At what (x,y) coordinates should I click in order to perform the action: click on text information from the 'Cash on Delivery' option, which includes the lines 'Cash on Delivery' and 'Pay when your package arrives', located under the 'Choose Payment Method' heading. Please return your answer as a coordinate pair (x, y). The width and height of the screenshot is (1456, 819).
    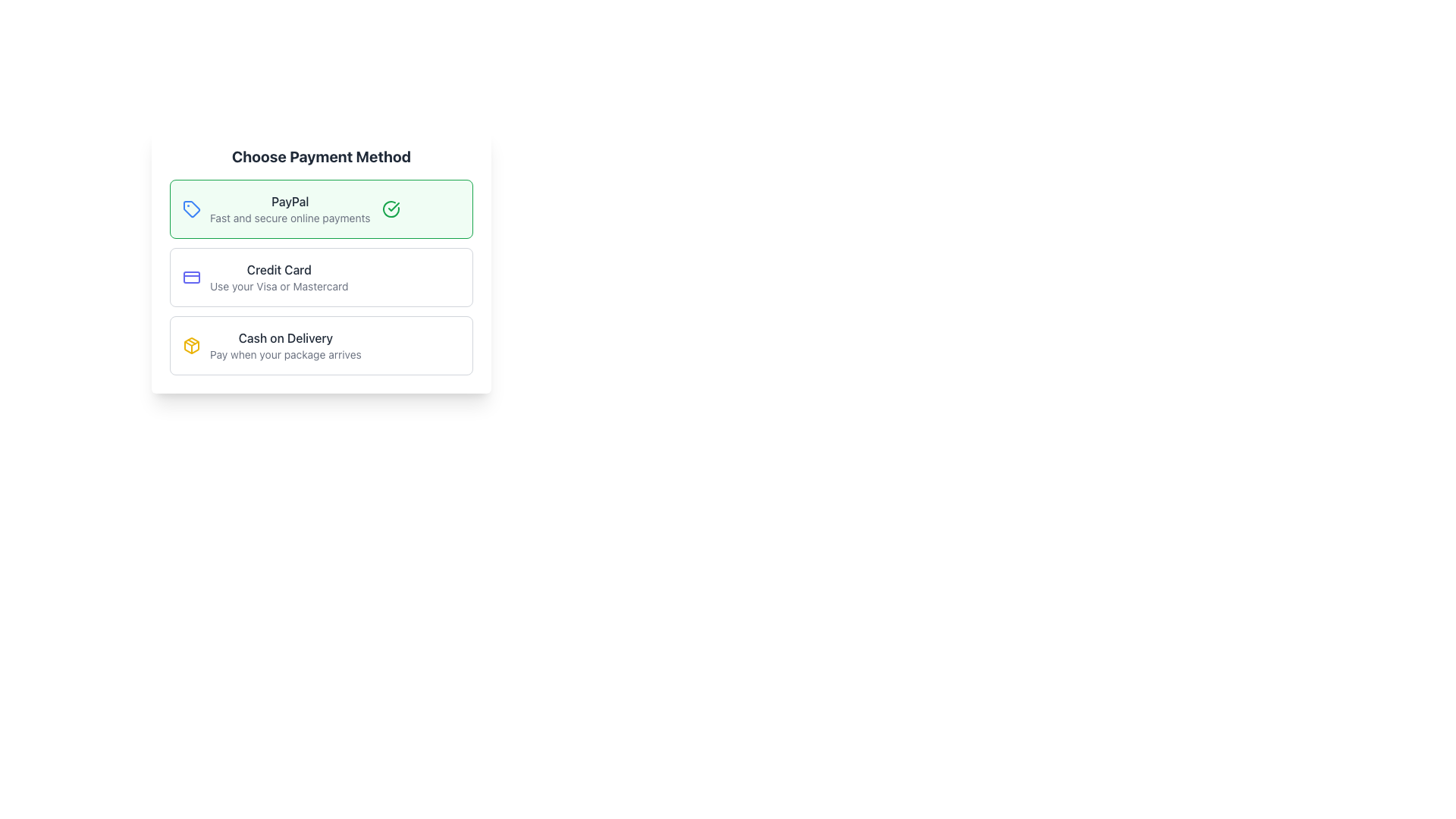
    Looking at the image, I should click on (285, 345).